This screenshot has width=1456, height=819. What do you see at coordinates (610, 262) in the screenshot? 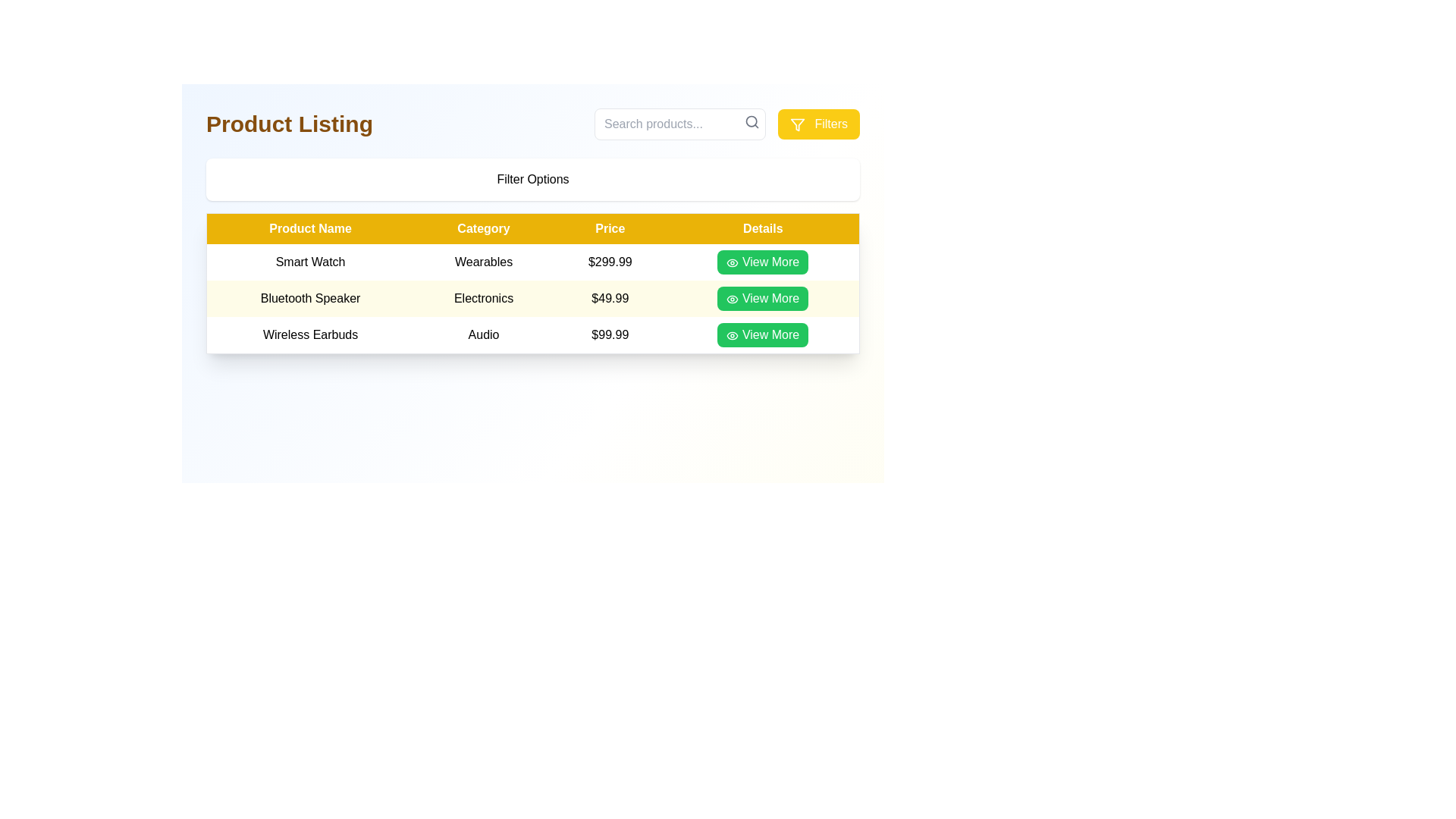
I see `the text displaying the price '$299.99' in the first row of the table under the 'Price' header, aligned with 'Smart Watch' and 'Wearables'` at bounding box center [610, 262].